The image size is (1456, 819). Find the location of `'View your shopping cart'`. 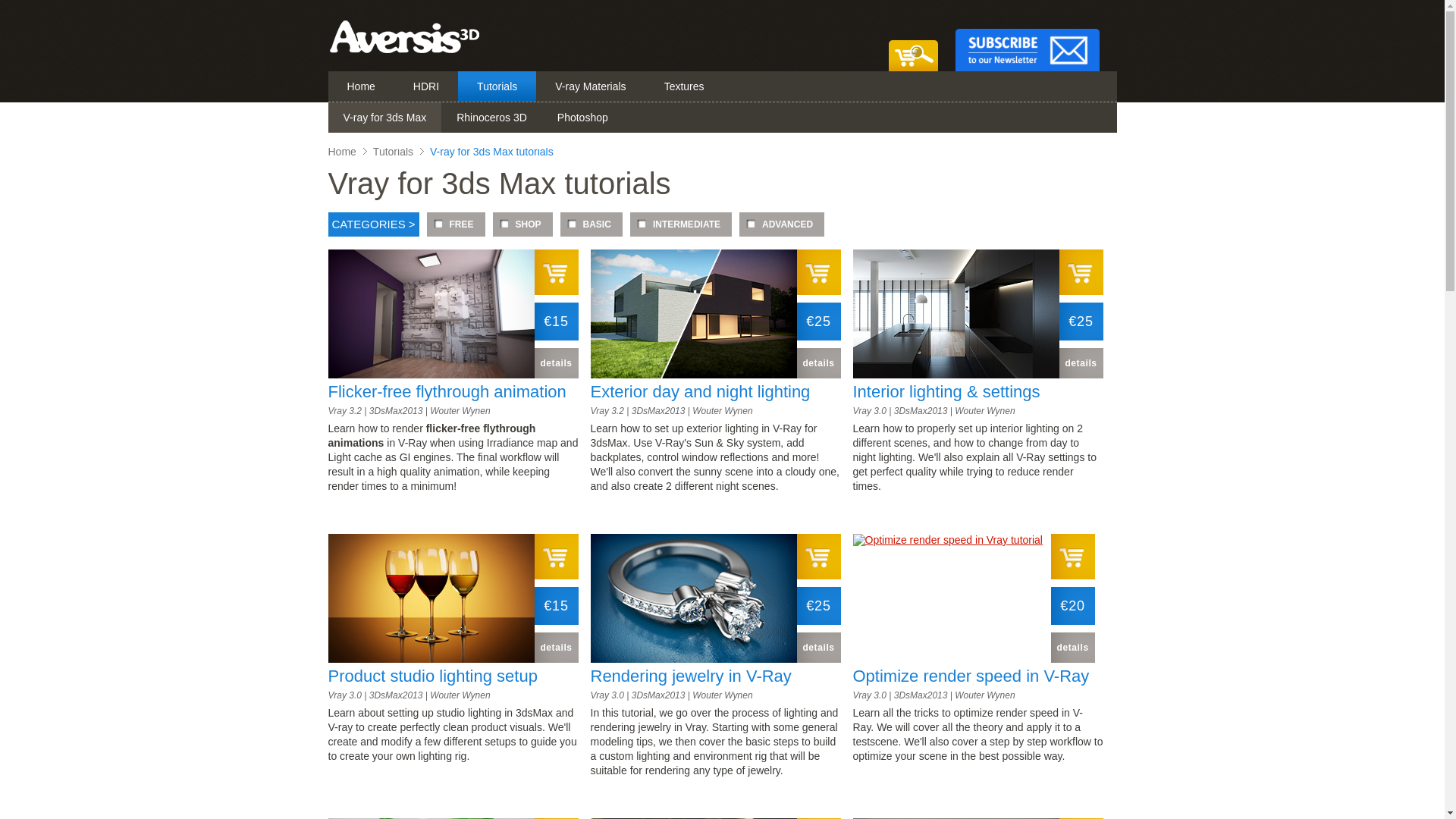

'View your shopping cart' is located at coordinates (888, 34).